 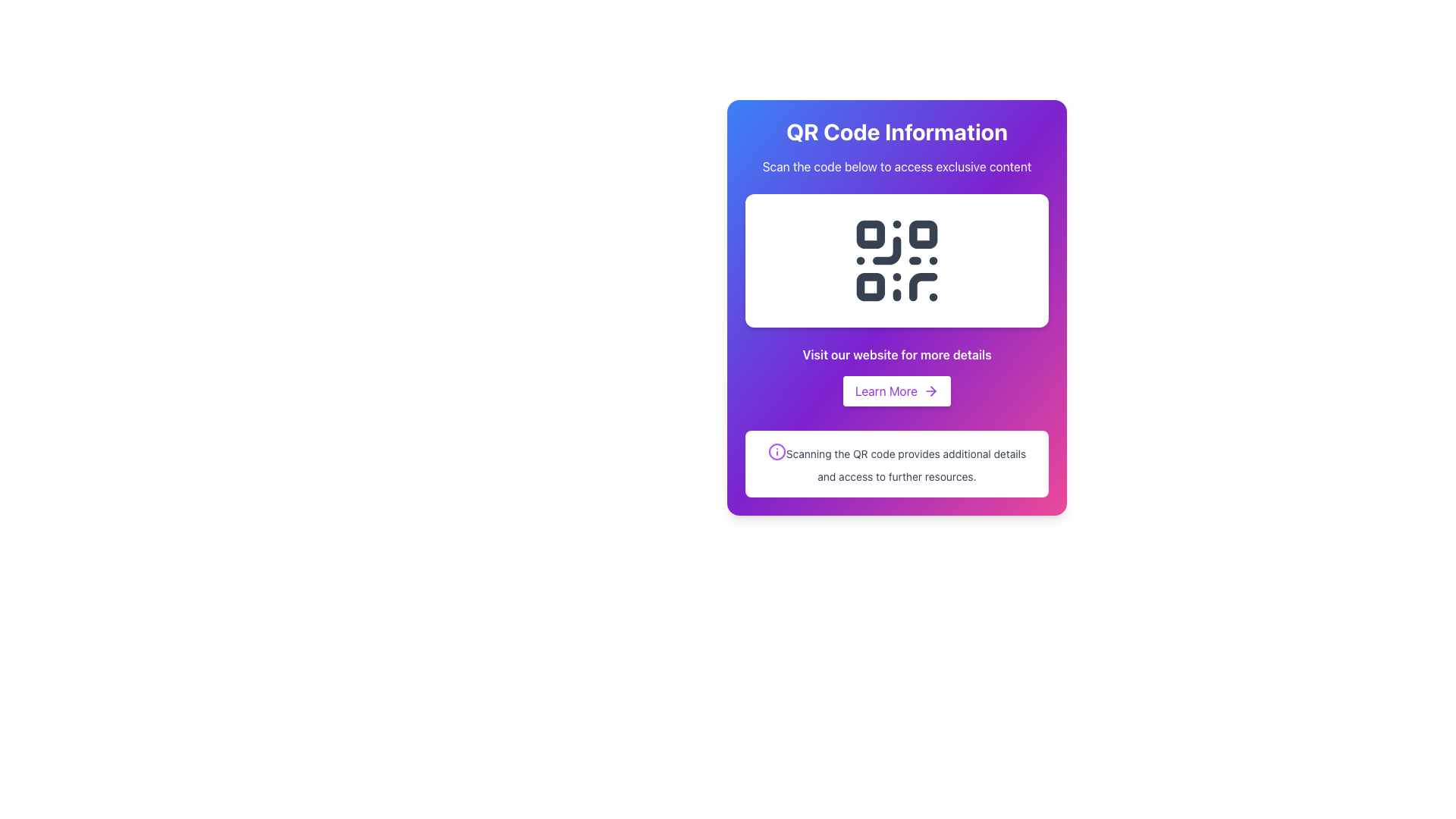 I want to click on the header text block that provides introductory information about the QR code, located centrally at the upper section of a card-like layout with rounded corners and a gradient background, so click(x=896, y=146).